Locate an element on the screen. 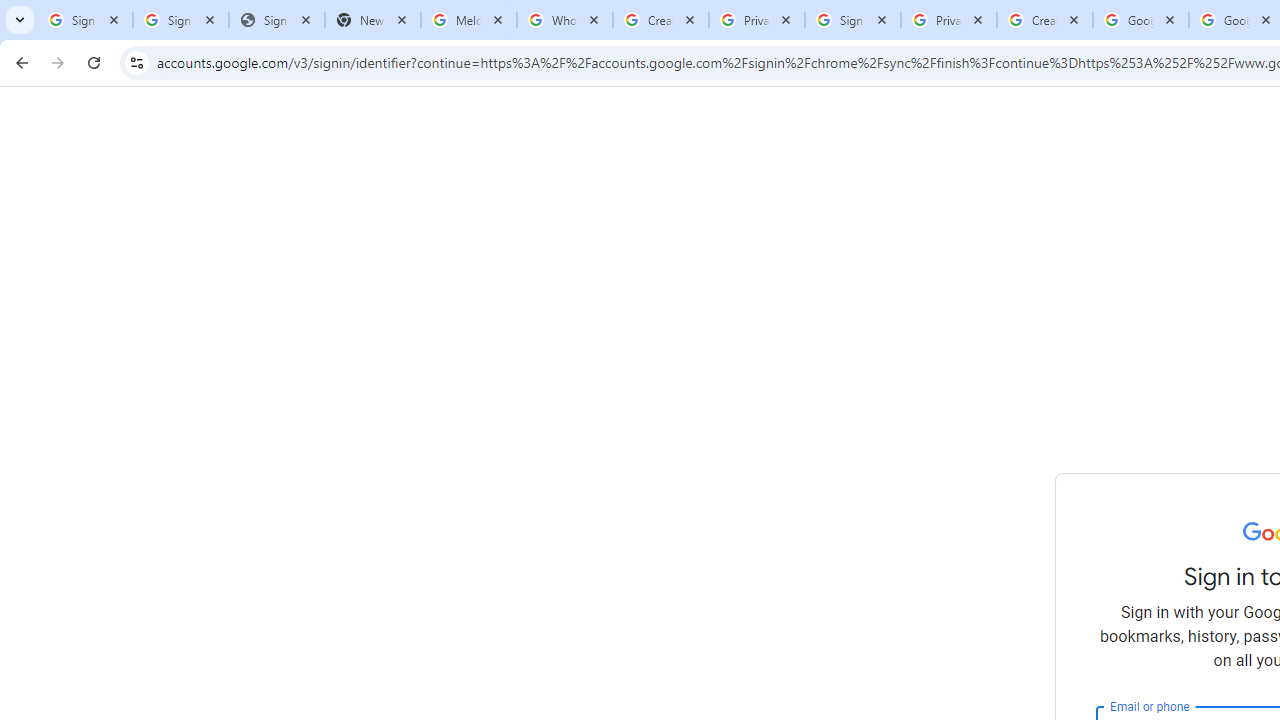 The height and width of the screenshot is (720, 1280). 'Create your Google Account' is located at coordinates (1044, 20).